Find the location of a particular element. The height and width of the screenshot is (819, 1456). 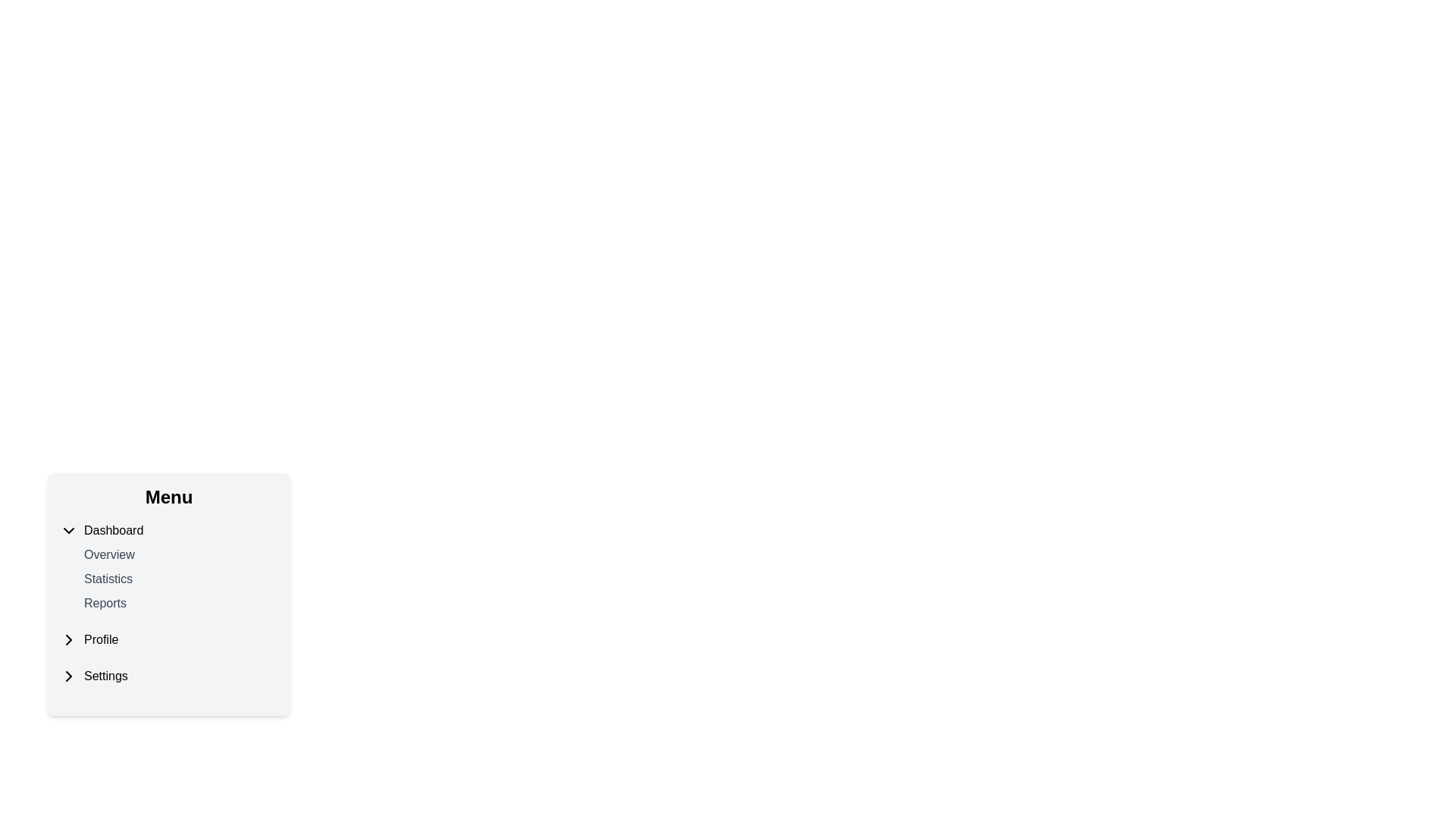

the 'Reports' item in the vertical menu group located in the Dashboard section is located at coordinates (178, 579).